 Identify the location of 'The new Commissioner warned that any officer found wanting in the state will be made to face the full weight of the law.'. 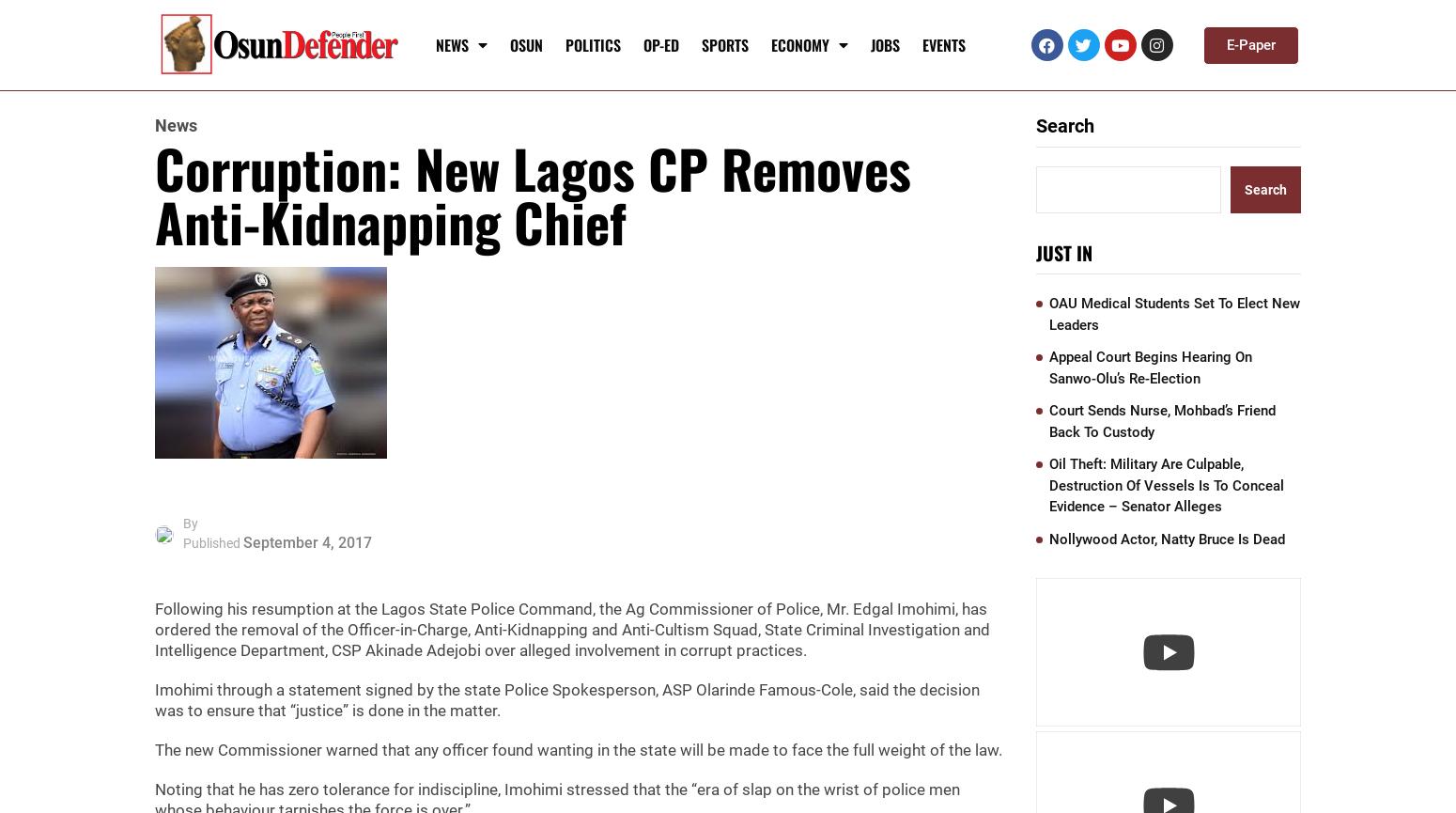
(154, 748).